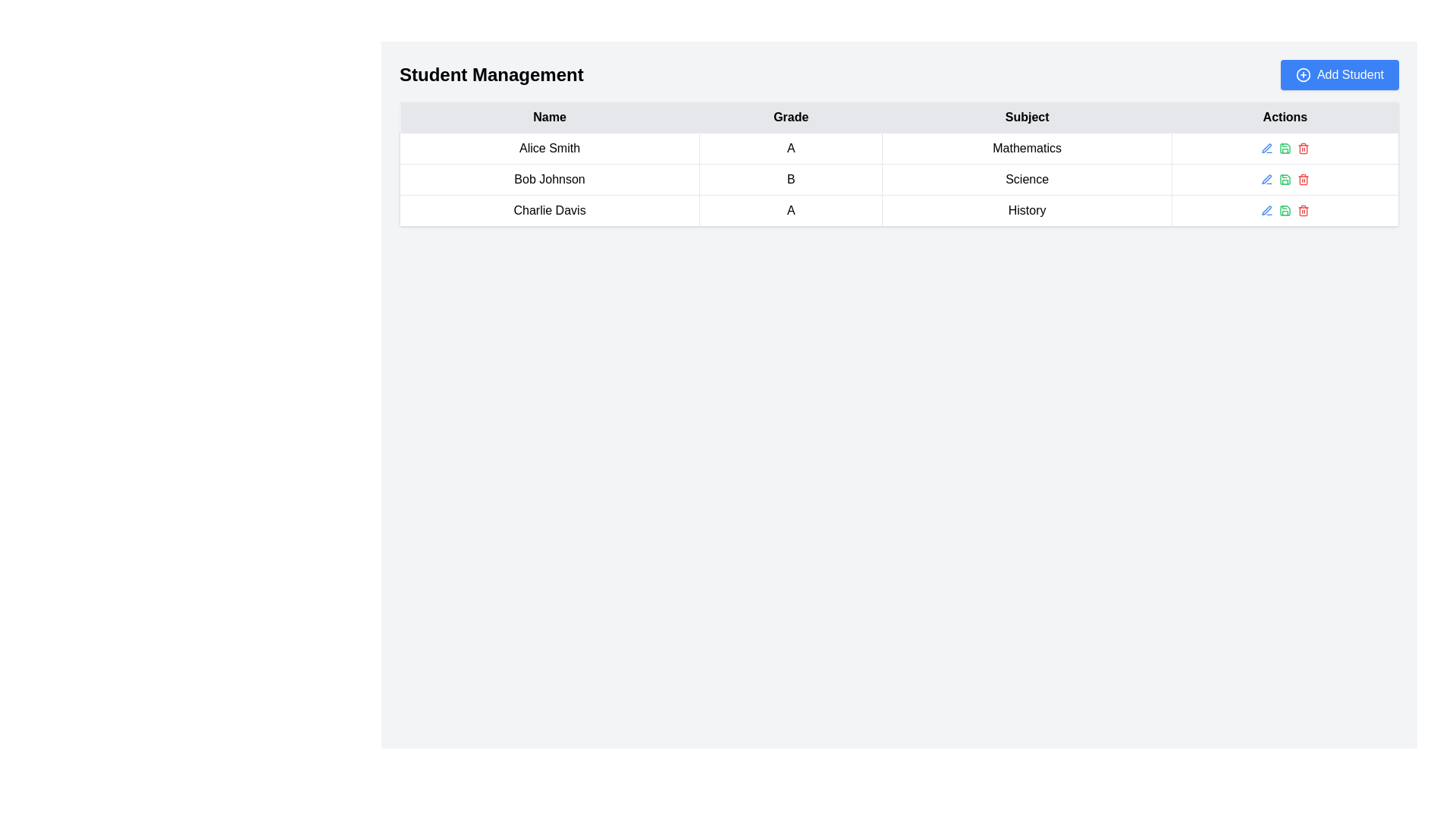  Describe the element at coordinates (1284, 210) in the screenshot. I see `the green save button represented by a floppy disk icon located in the 'Actions' column of the 'History' row, which is the second icon from the left` at that location.